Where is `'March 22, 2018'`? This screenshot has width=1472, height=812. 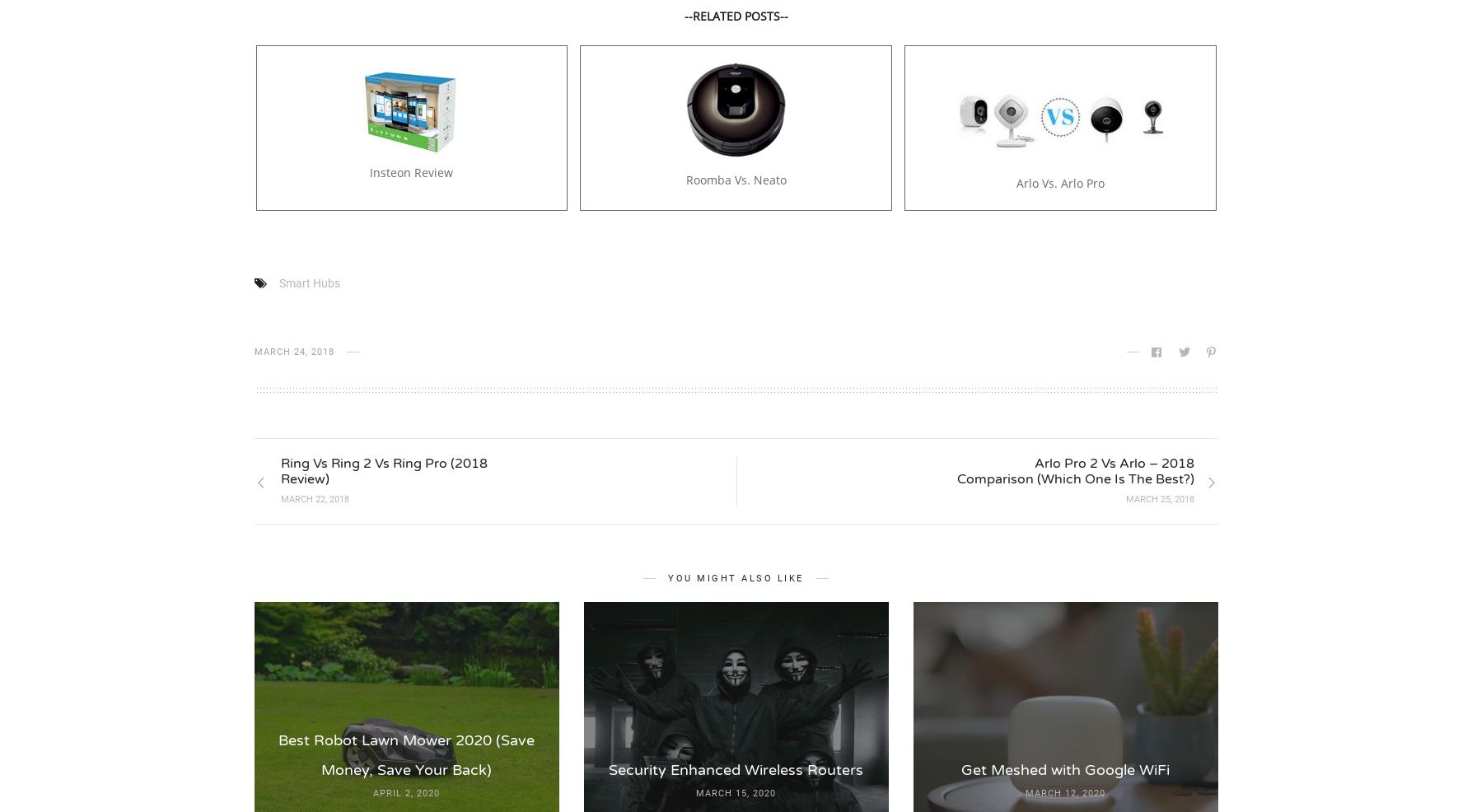 'March 22, 2018' is located at coordinates (314, 498).